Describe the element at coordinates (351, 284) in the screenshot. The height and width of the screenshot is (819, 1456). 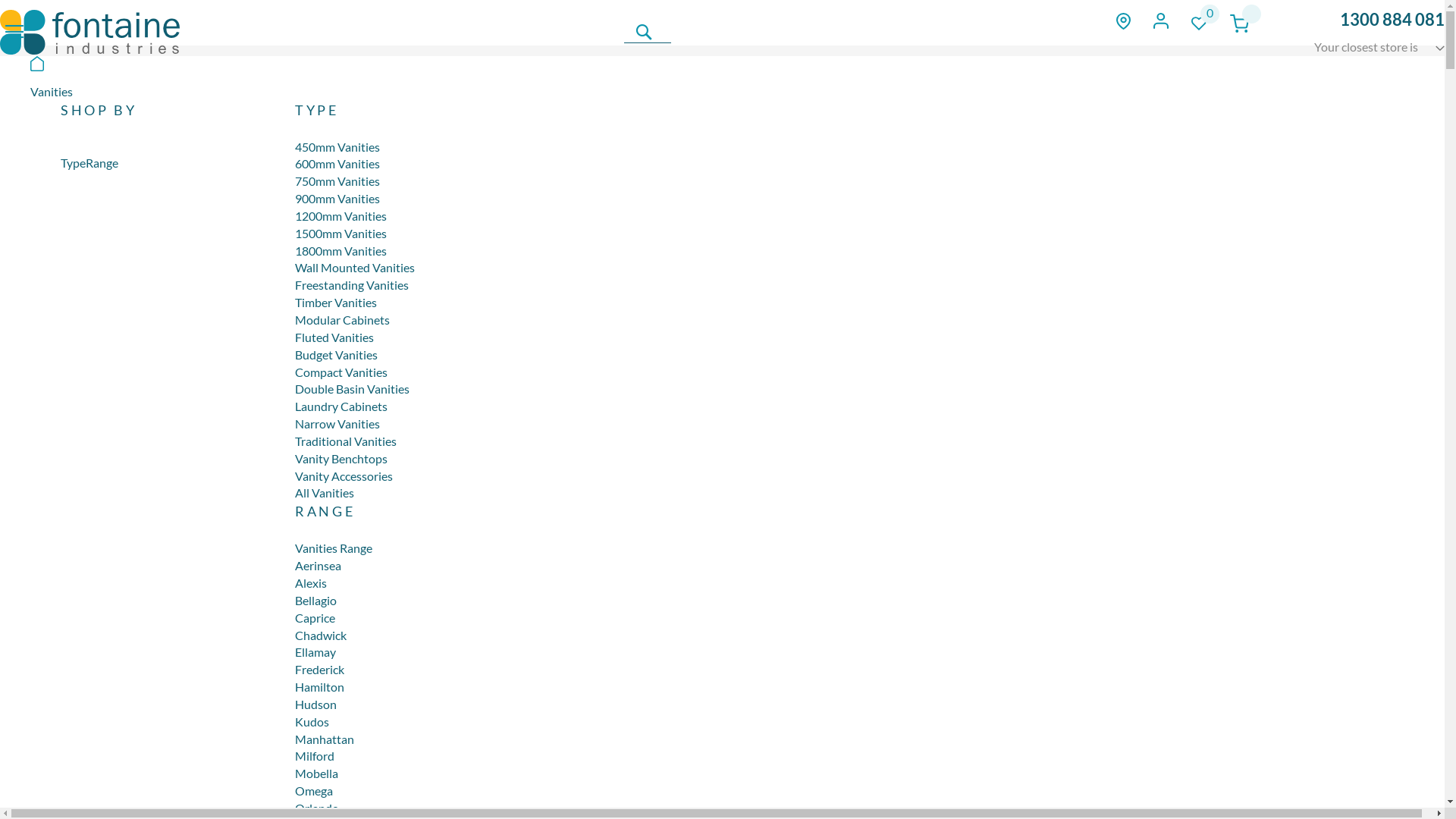
I see `'Freestanding Vanities'` at that location.